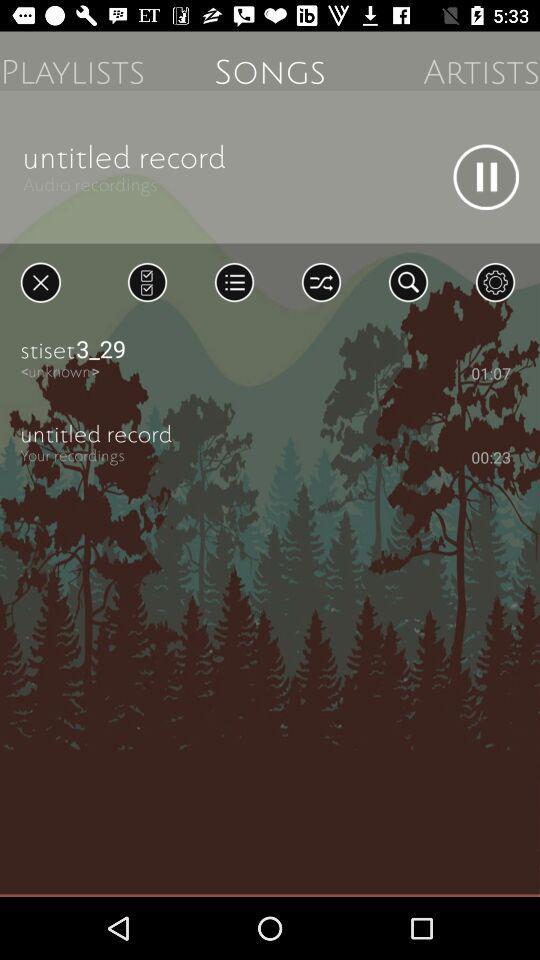 Image resolution: width=540 pixels, height=960 pixels. Describe the element at coordinates (485, 176) in the screenshot. I see `the pause icon` at that location.